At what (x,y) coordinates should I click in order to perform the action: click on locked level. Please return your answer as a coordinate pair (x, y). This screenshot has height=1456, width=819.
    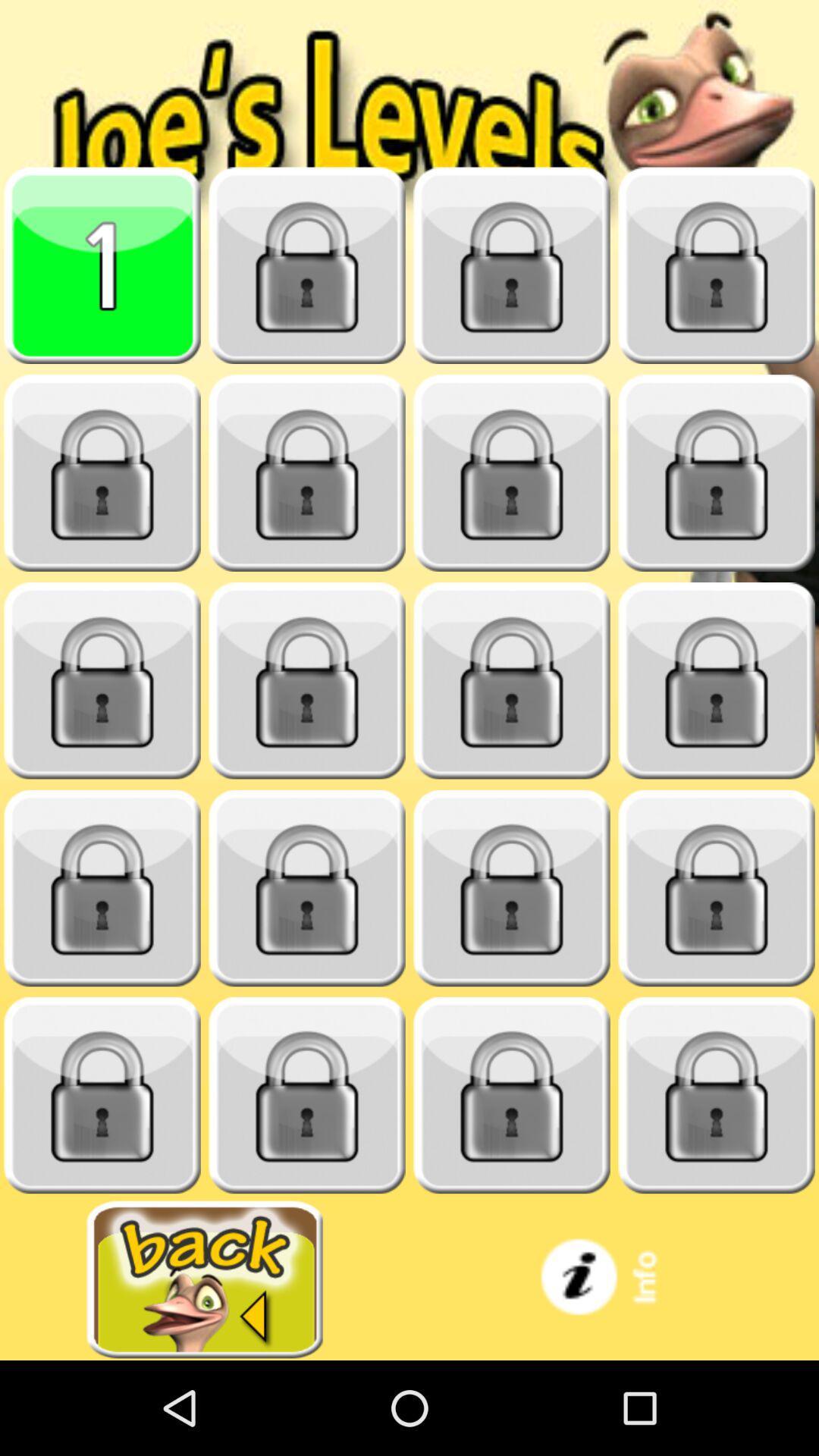
    Looking at the image, I should click on (717, 1095).